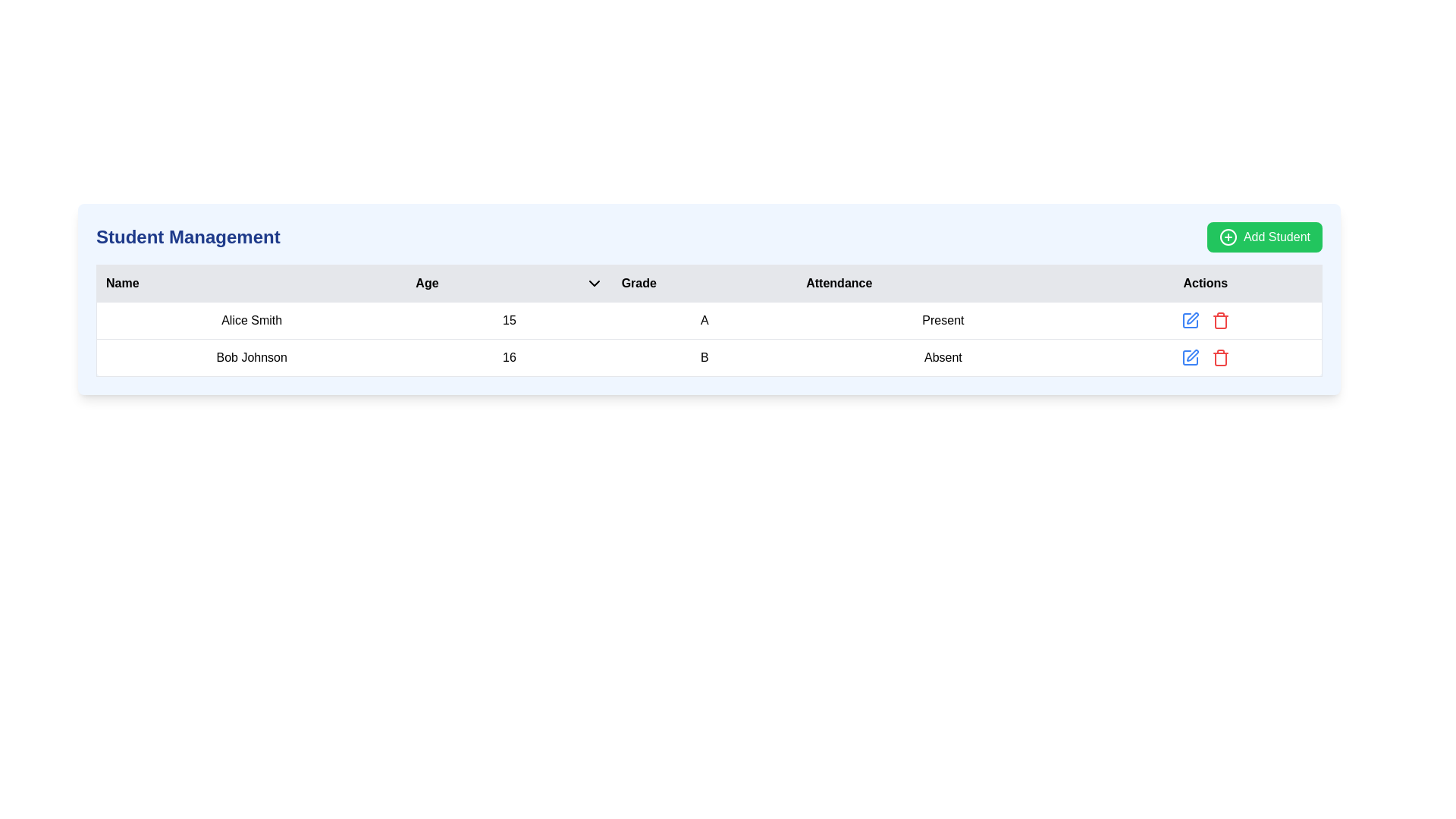 This screenshot has height=819, width=1456. Describe the element at coordinates (1220, 320) in the screenshot. I see `the delete button located in the last column of the table, which is the second action icon to the right of the edit icon (blue pencil)` at that location.